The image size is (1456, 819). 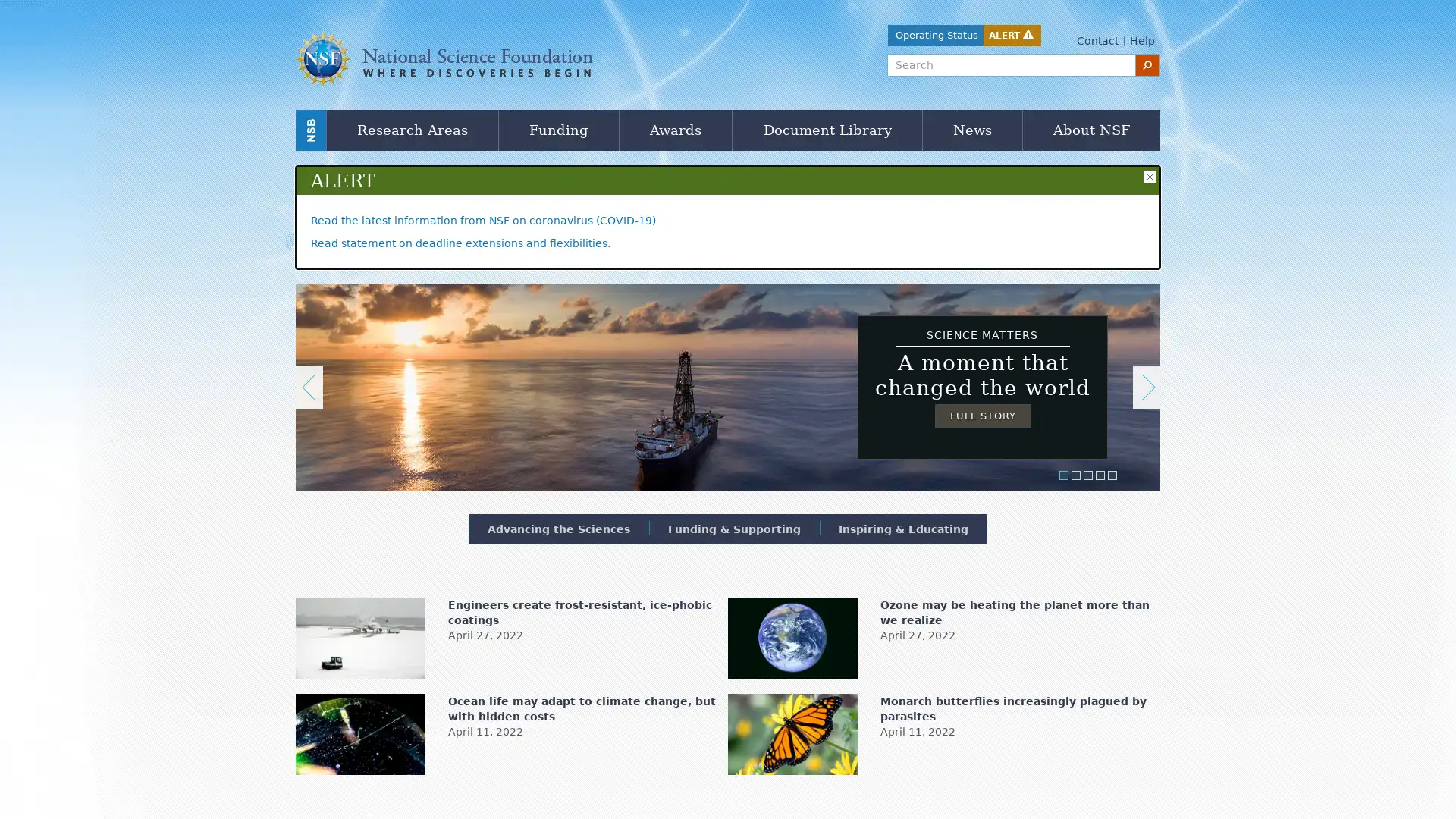 I want to click on Pause Carousel, so click(x=302, y=286).